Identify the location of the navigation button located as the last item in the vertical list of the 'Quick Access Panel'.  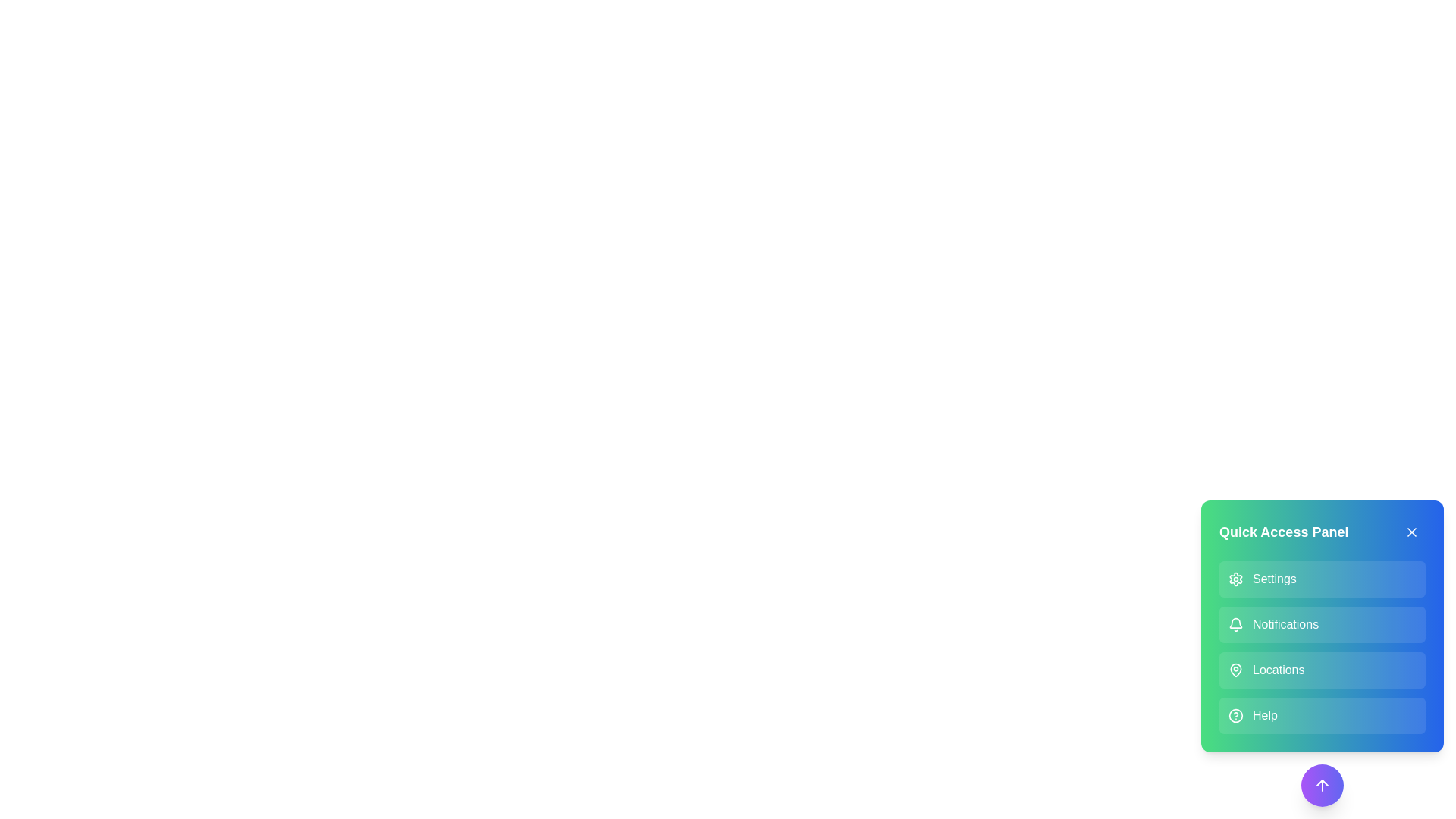
(1321, 716).